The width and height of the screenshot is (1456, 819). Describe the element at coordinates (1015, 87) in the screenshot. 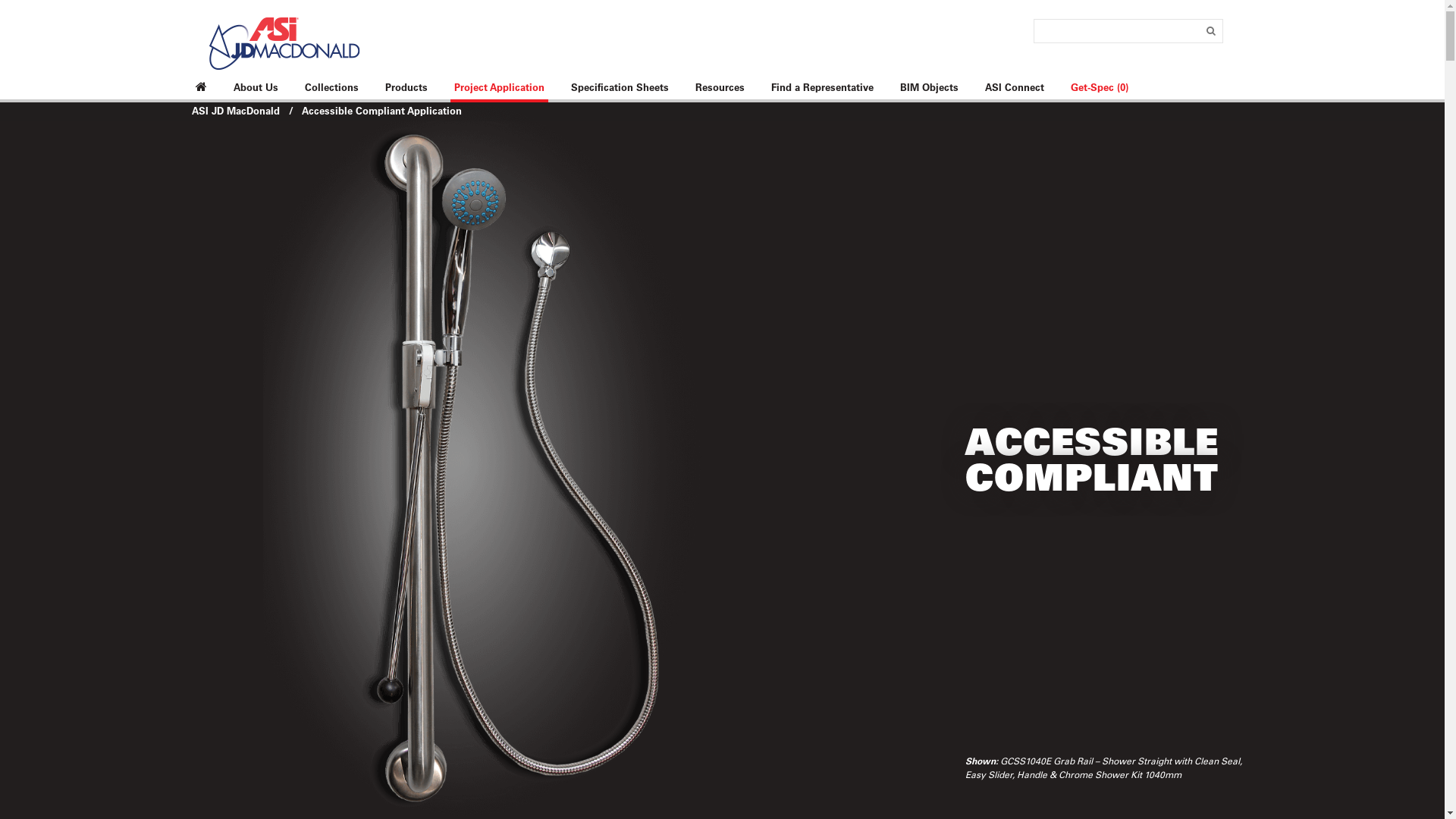

I see `'ASI Connect'` at that location.